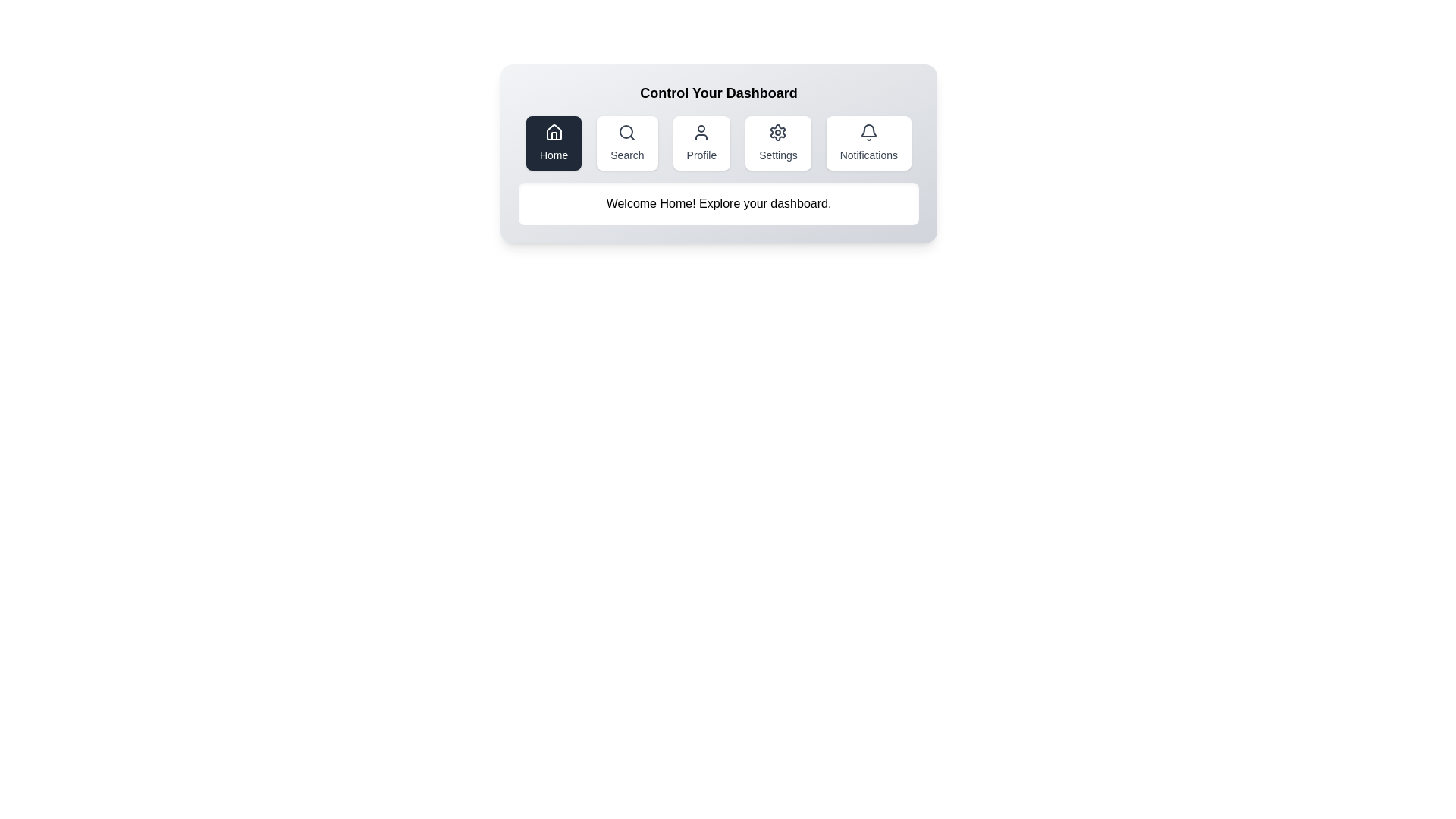 Image resolution: width=1456 pixels, height=819 pixels. What do you see at coordinates (701, 143) in the screenshot?
I see `the navigational button located at the center-right of the navigation menu to observe visual transition effects` at bounding box center [701, 143].